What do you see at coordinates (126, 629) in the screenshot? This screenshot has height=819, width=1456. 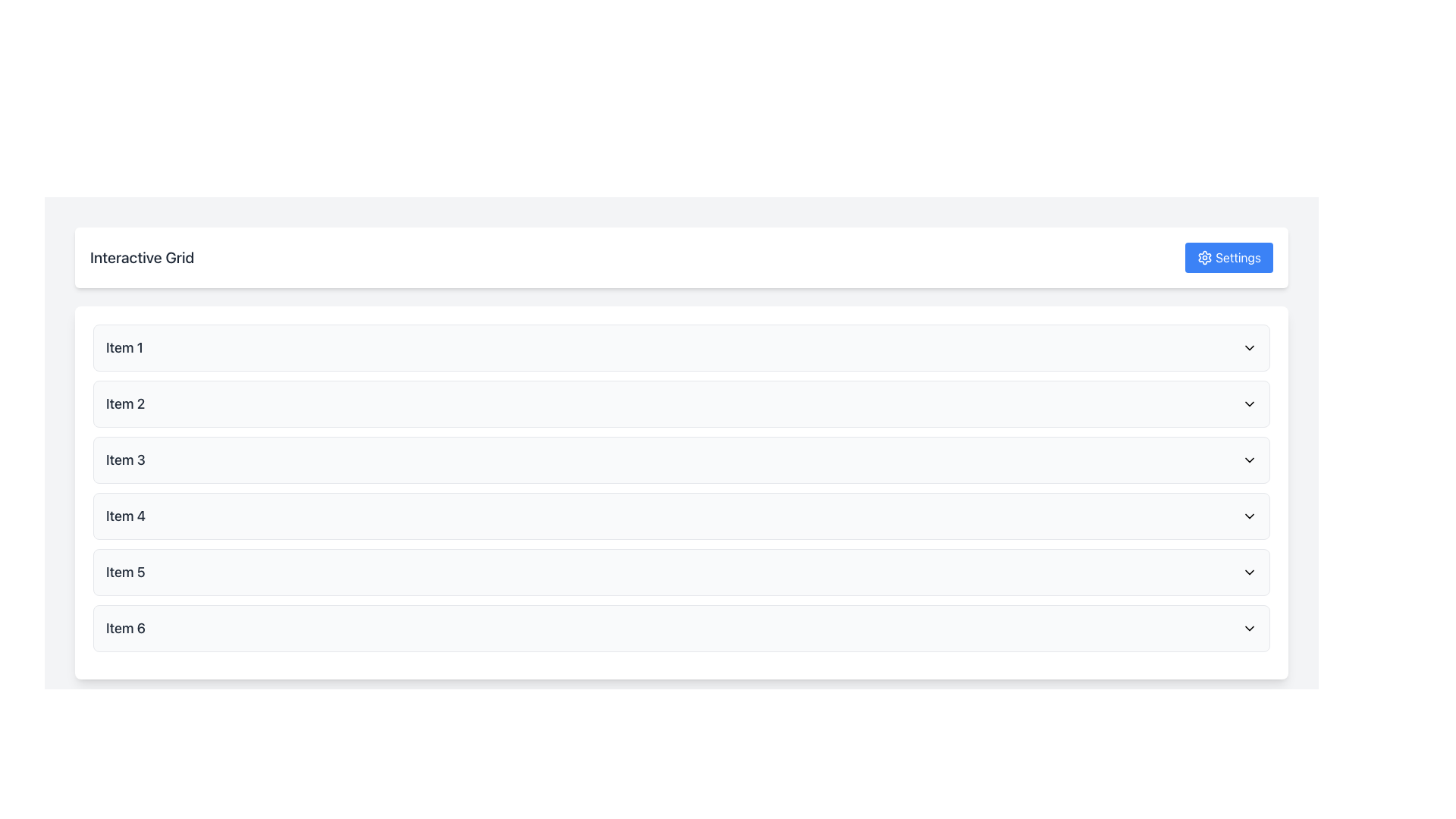 I see `text content of the text label displaying 'Item 6', which is styled in gray and located as the left text component in the sixth row of a vertical list` at bounding box center [126, 629].